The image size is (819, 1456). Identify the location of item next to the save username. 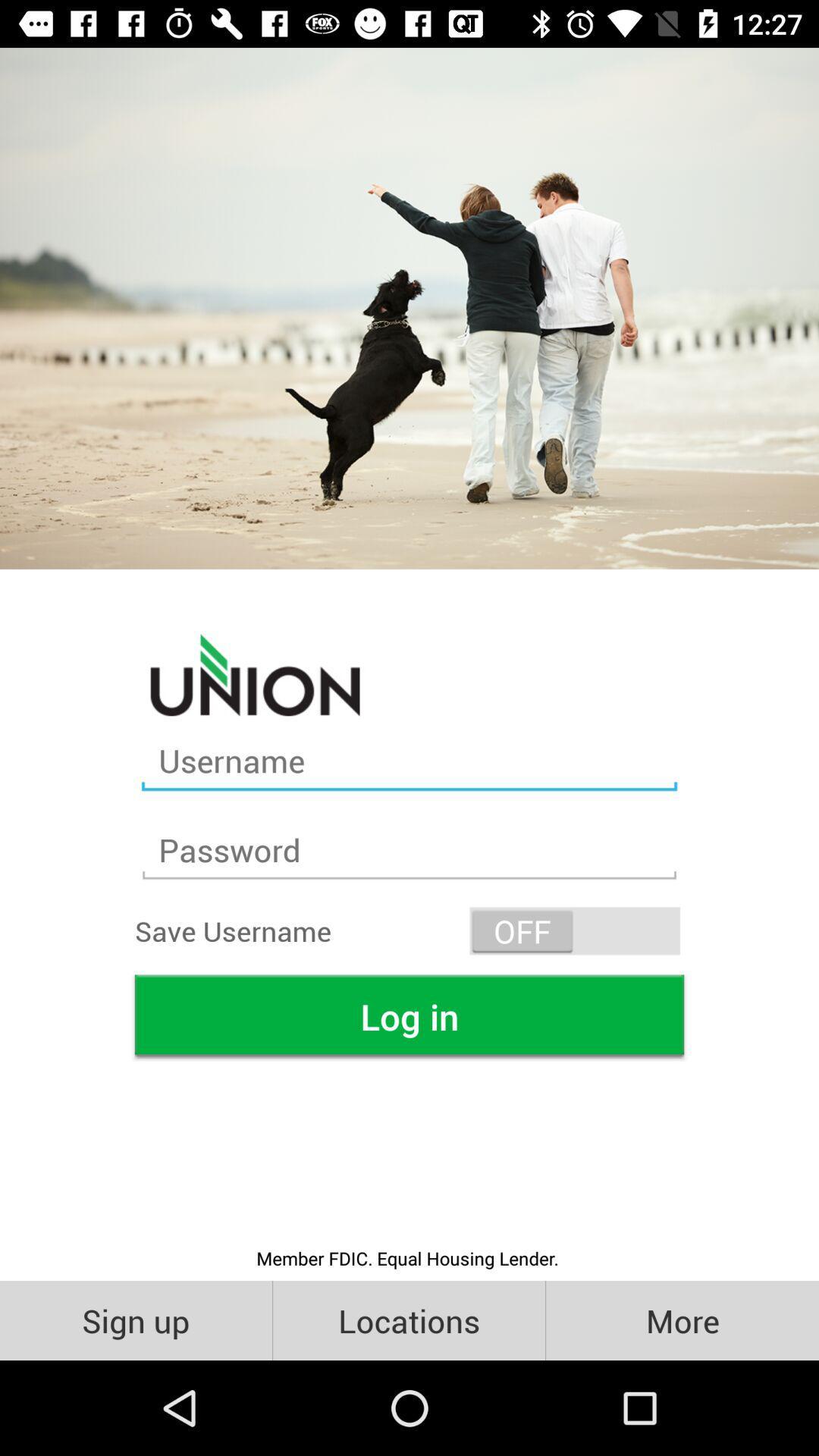
(575, 930).